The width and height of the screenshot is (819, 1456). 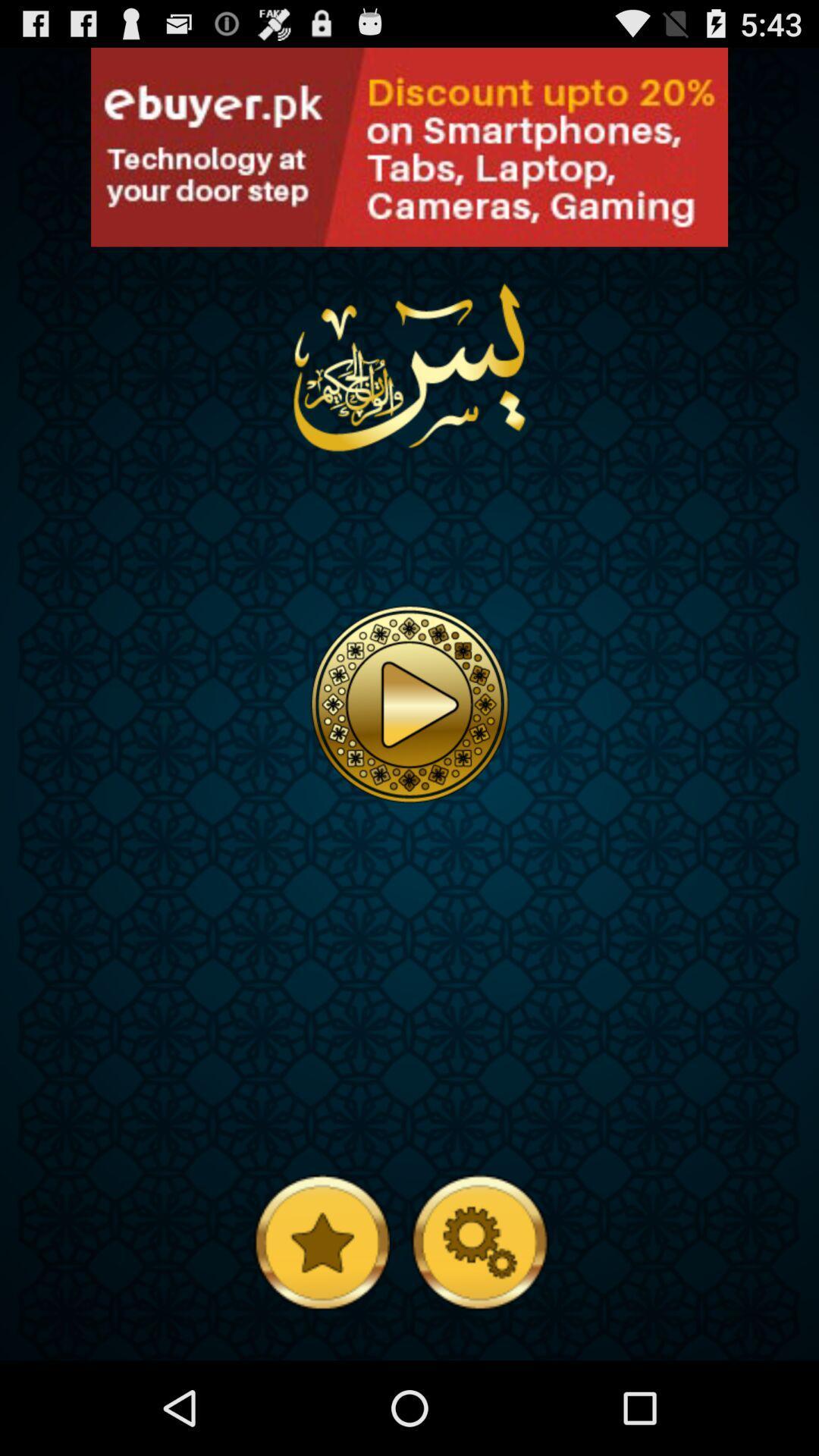 I want to click on open settings, so click(x=479, y=1241).